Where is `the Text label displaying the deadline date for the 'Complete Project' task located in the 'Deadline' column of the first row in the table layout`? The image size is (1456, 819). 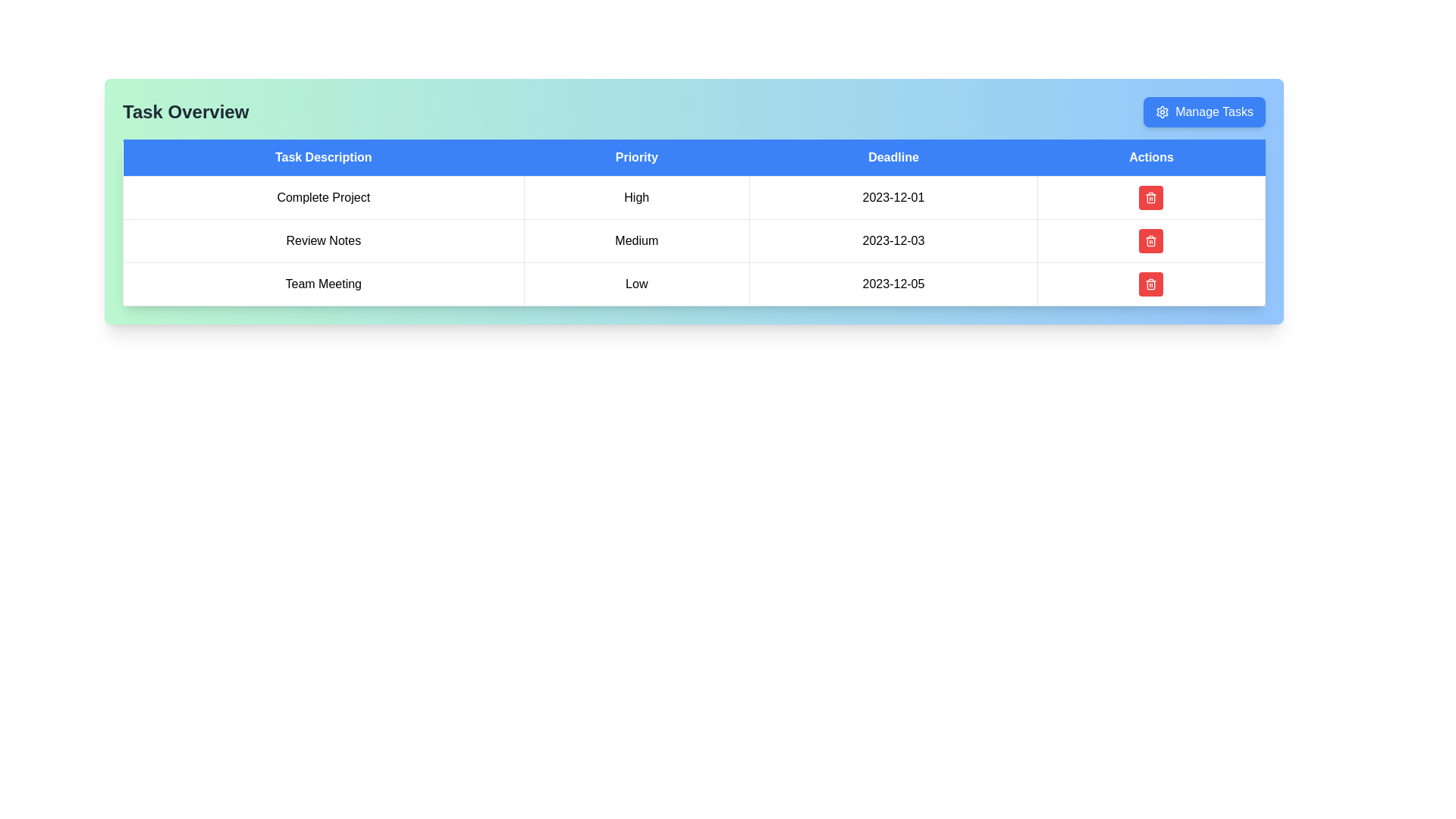
the Text label displaying the deadline date for the 'Complete Project' task located in the 'Deadline' column of the first row in the table layout is located at coordinates (893, 197).